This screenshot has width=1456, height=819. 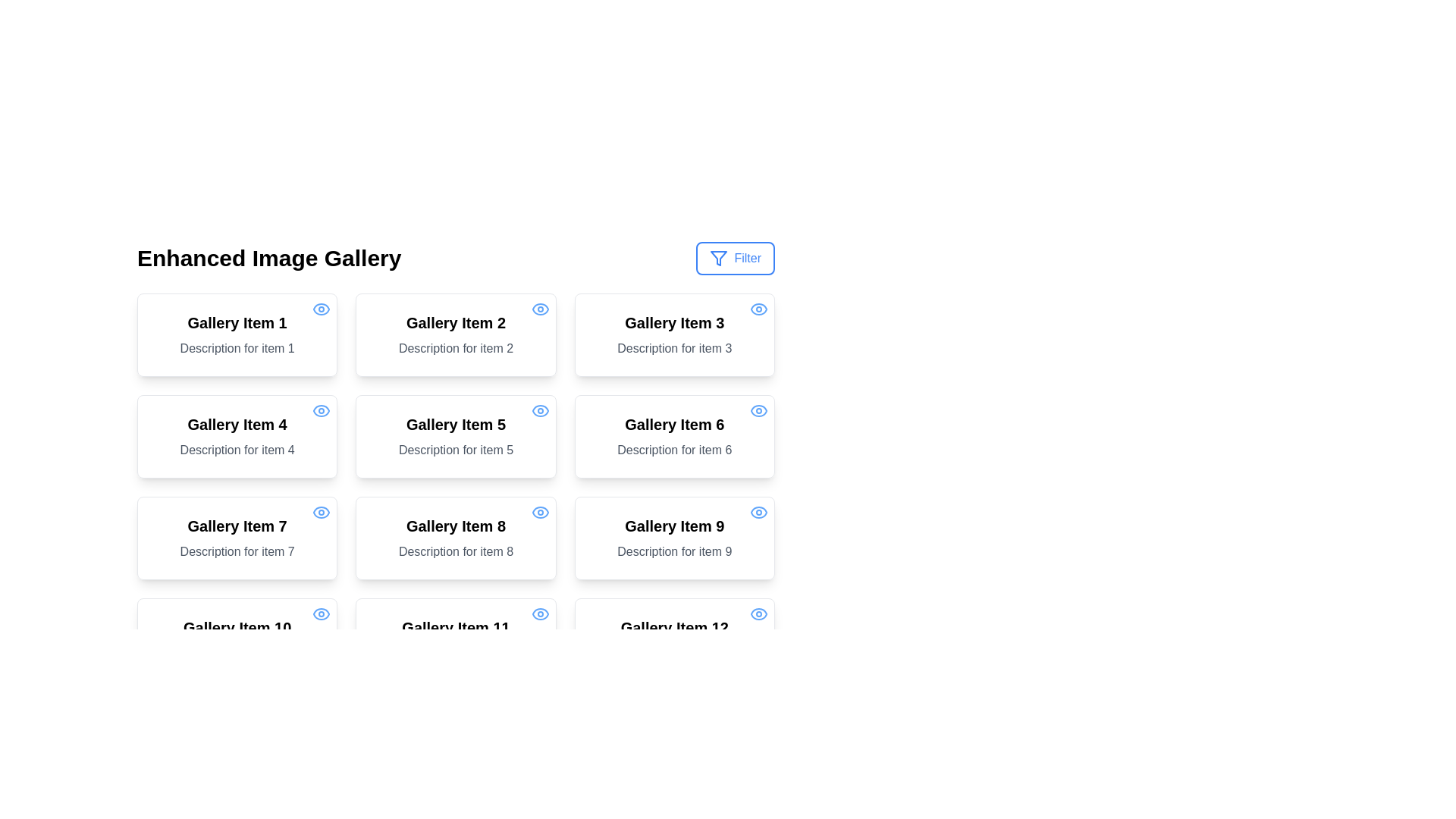 I want to click on the text label that serves as a title for a gallery item, located in the leftmost column of the fourth row, above the description text 'Description for item 11', so click(x=455, y=628).